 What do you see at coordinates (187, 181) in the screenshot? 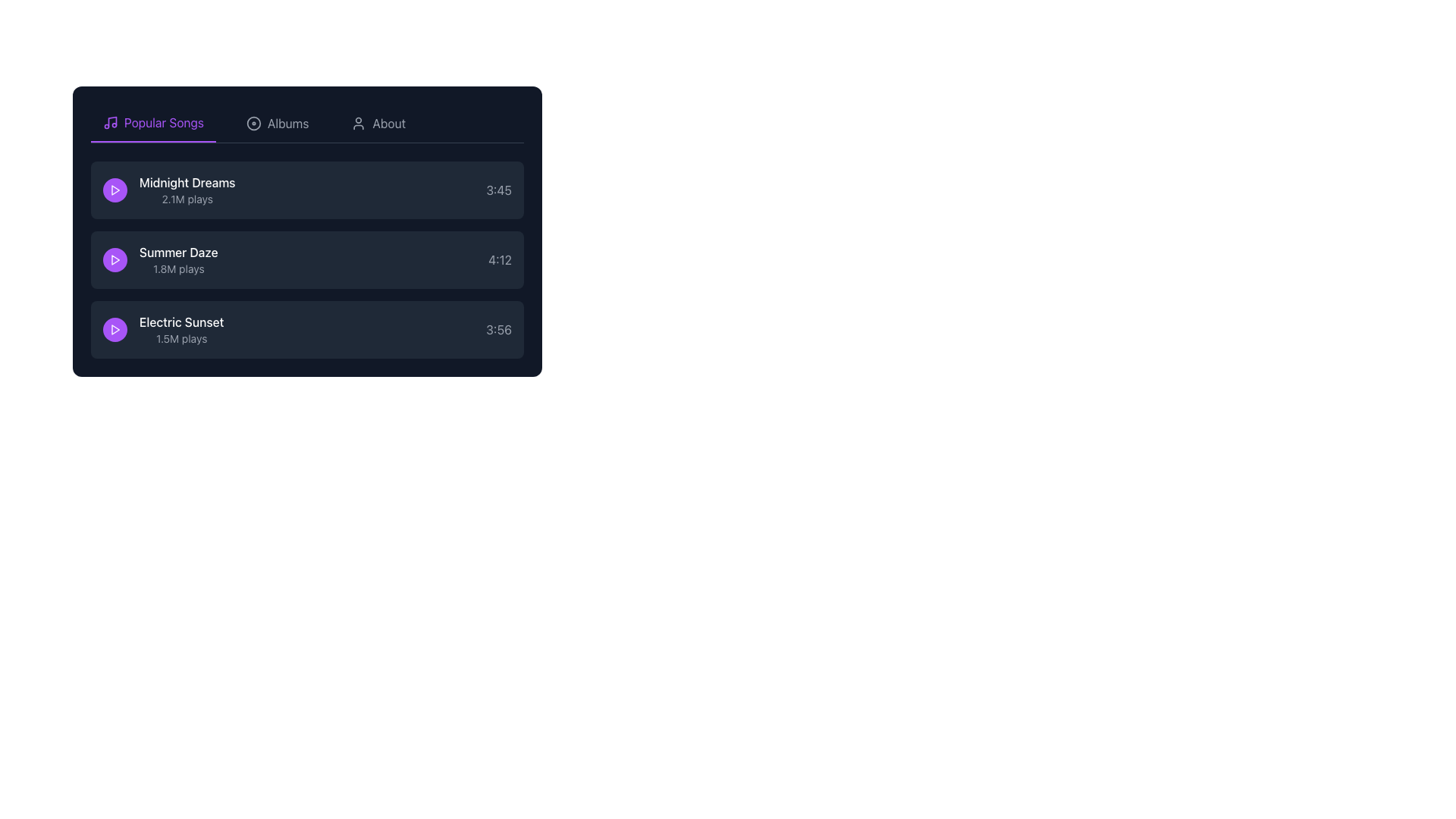
I see `text label displaying the track name 'Midnight Dreams', which is located in the first row of a vertical list of songs, positioned to the left of the play button icon` at bounding box center [187, 181].